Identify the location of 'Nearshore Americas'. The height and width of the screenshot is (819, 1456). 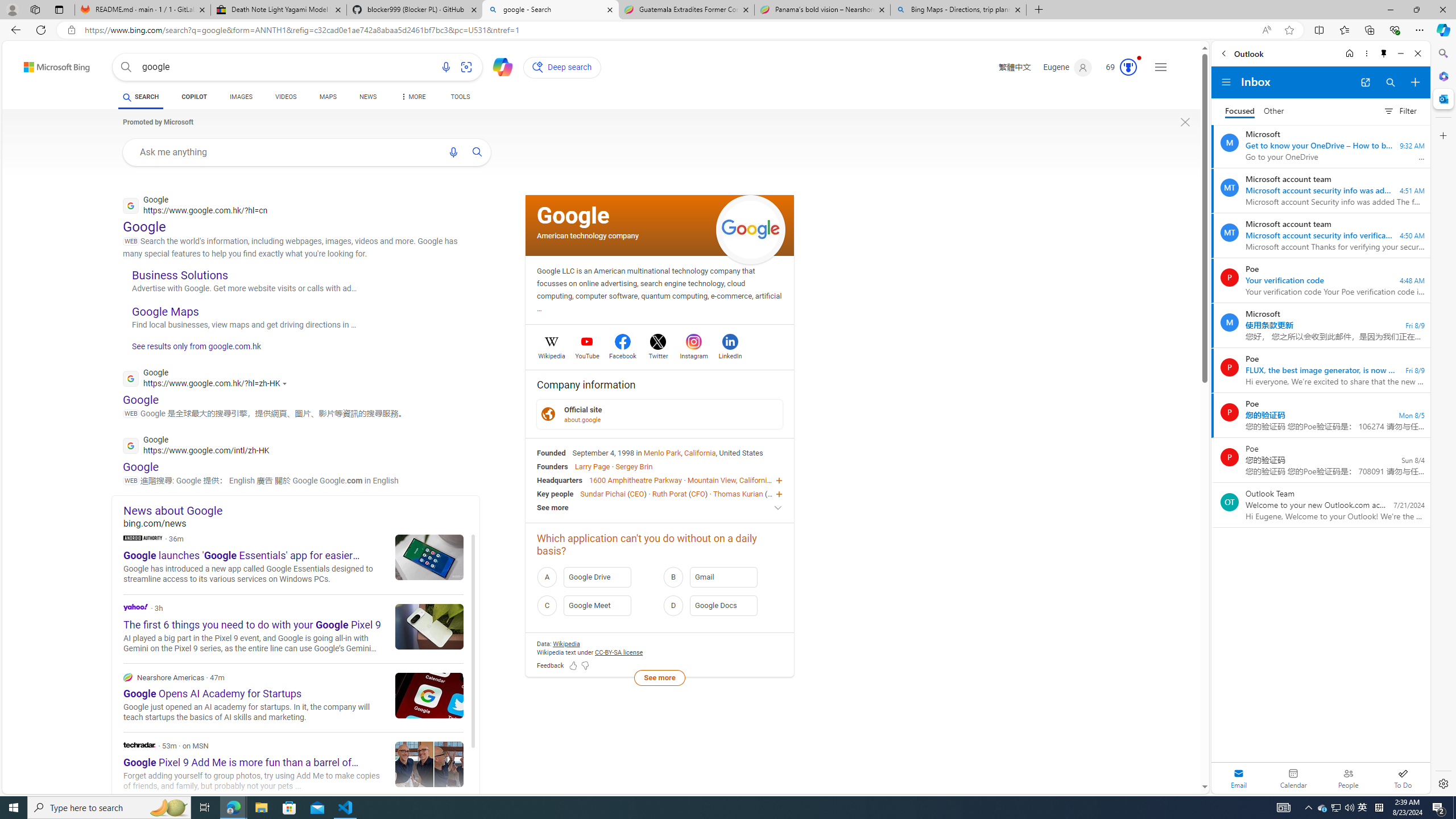
(127, 677).